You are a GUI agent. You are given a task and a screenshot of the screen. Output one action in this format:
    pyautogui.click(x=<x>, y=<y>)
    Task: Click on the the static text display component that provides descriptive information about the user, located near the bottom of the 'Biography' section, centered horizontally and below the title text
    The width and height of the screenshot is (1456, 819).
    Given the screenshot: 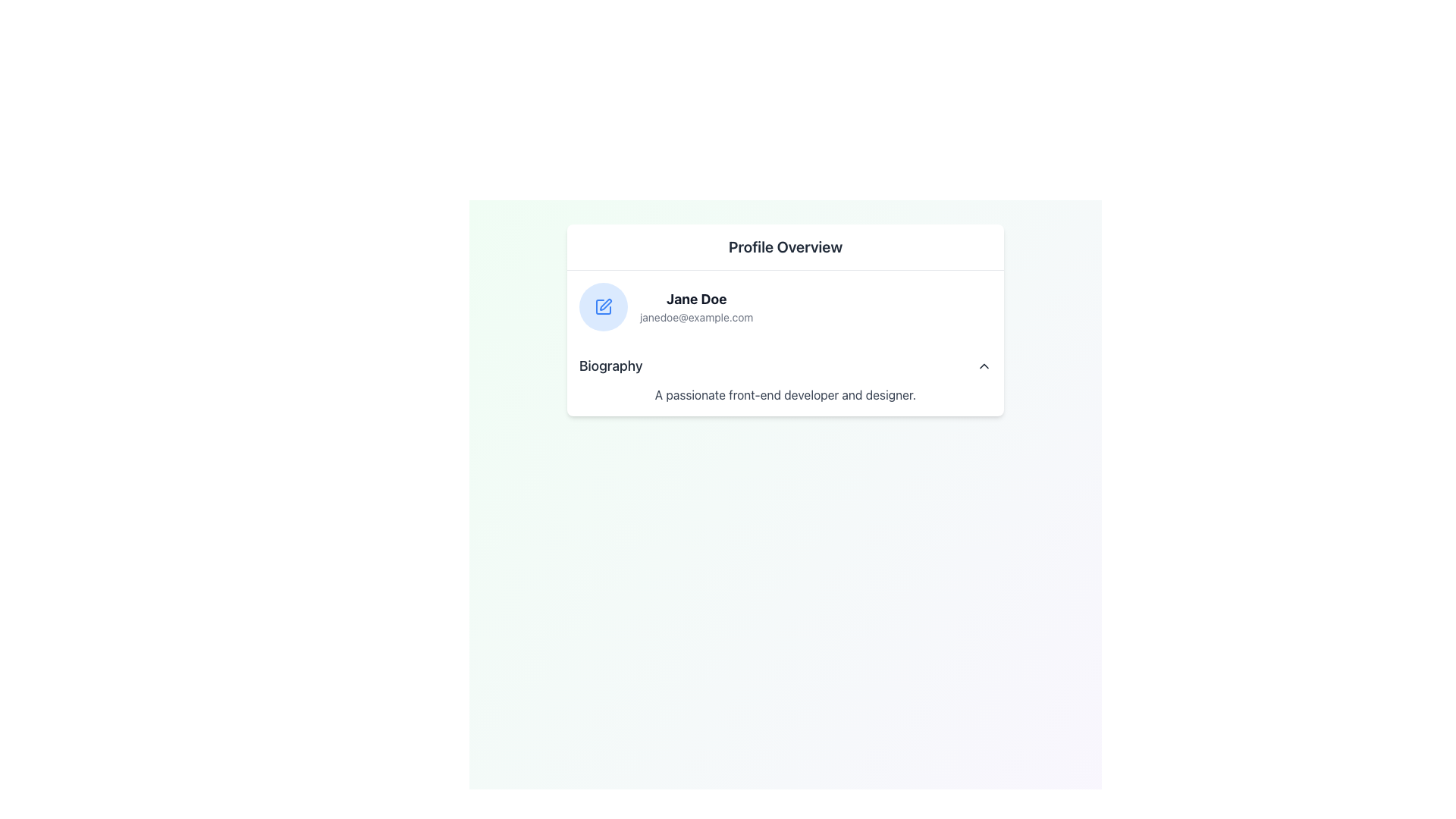 What is the action you would take?
    pyautogui.click(x=786, y=394)
    